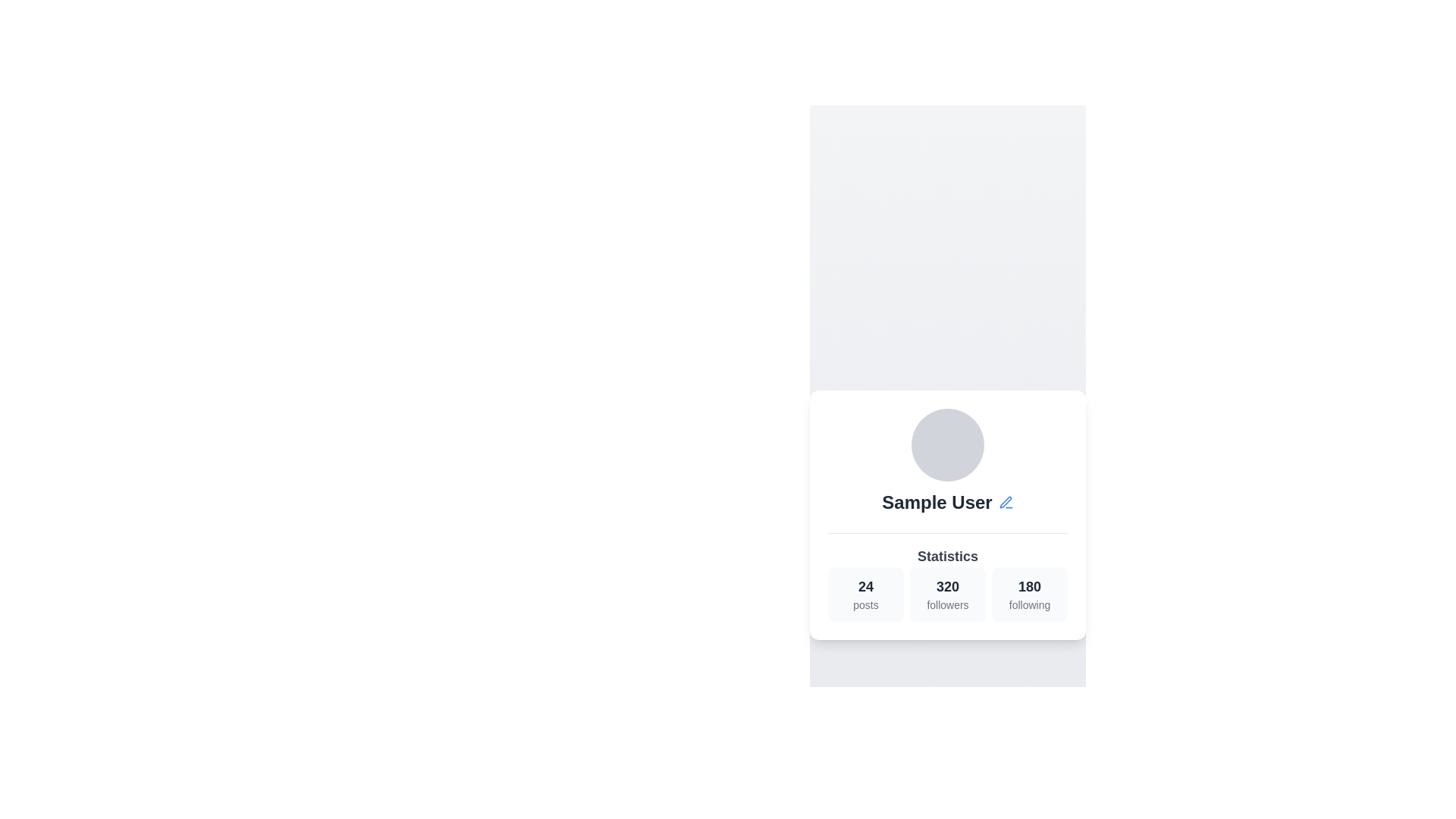 Image resolution: width=1456 pixels, height=819 pixels. I want to click on the text label displaying 'posts', which is styled in a smaller font size and lighter gray color, located directly below the number '24' in the user profile statistics card, so click(866, 604).